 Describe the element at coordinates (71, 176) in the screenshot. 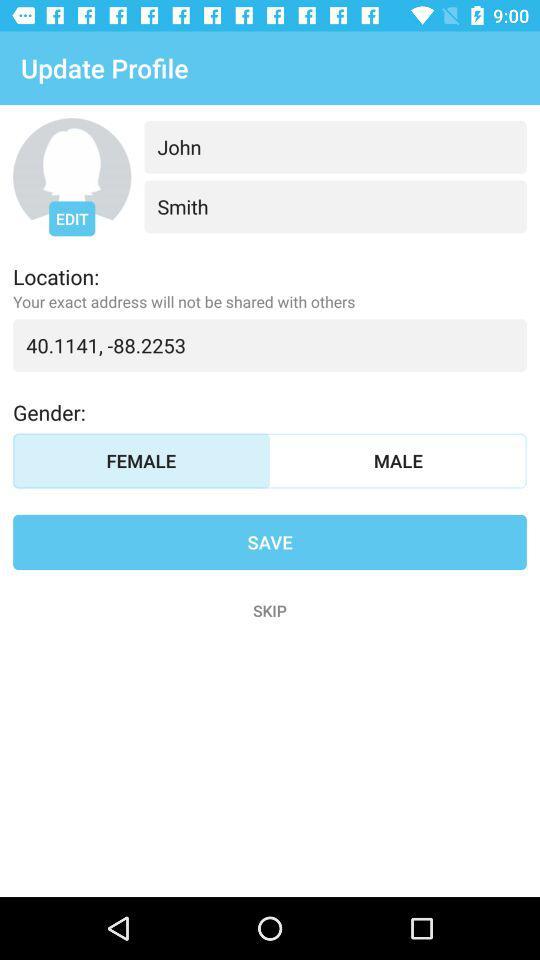

I see `edit profile picture` at that location.